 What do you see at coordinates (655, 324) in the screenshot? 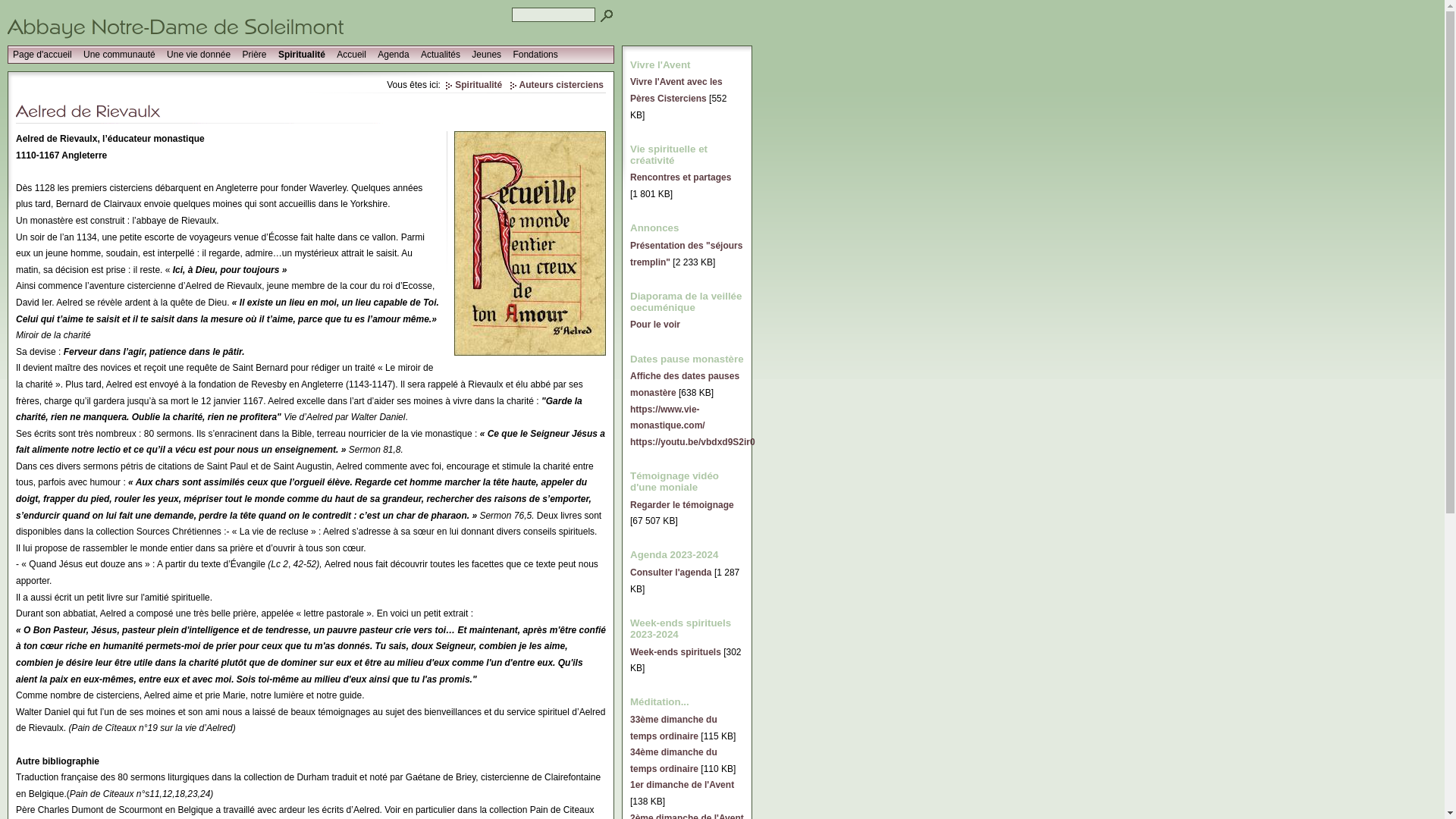
I see `'Pour le voir'` at bounding box center [655, 324].